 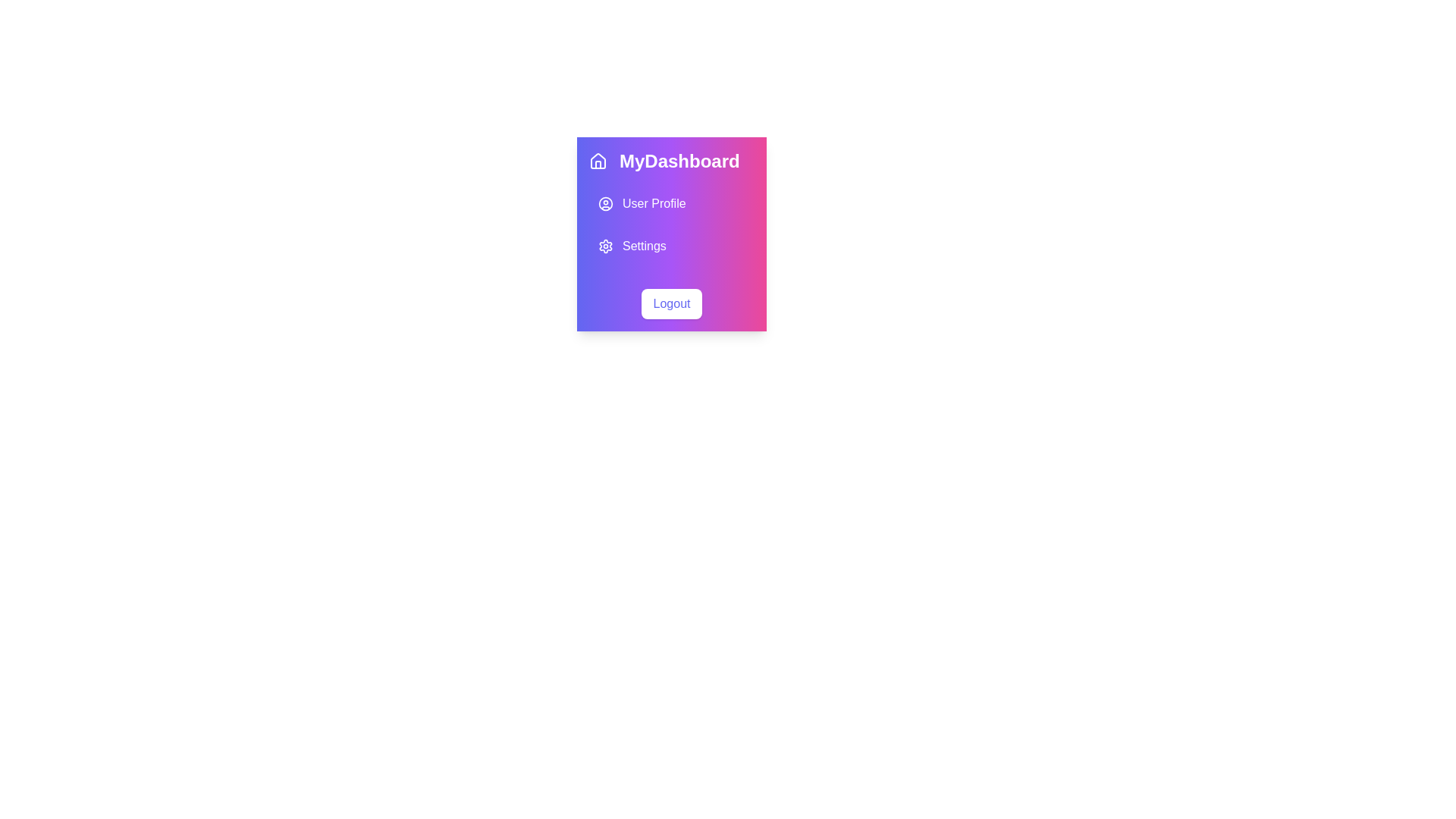 I want to click on the 'User Profile' menu item, which is the first entry in the vertical list below 'MyDashboard' and above 'Settings', so click(x=671, y=203).